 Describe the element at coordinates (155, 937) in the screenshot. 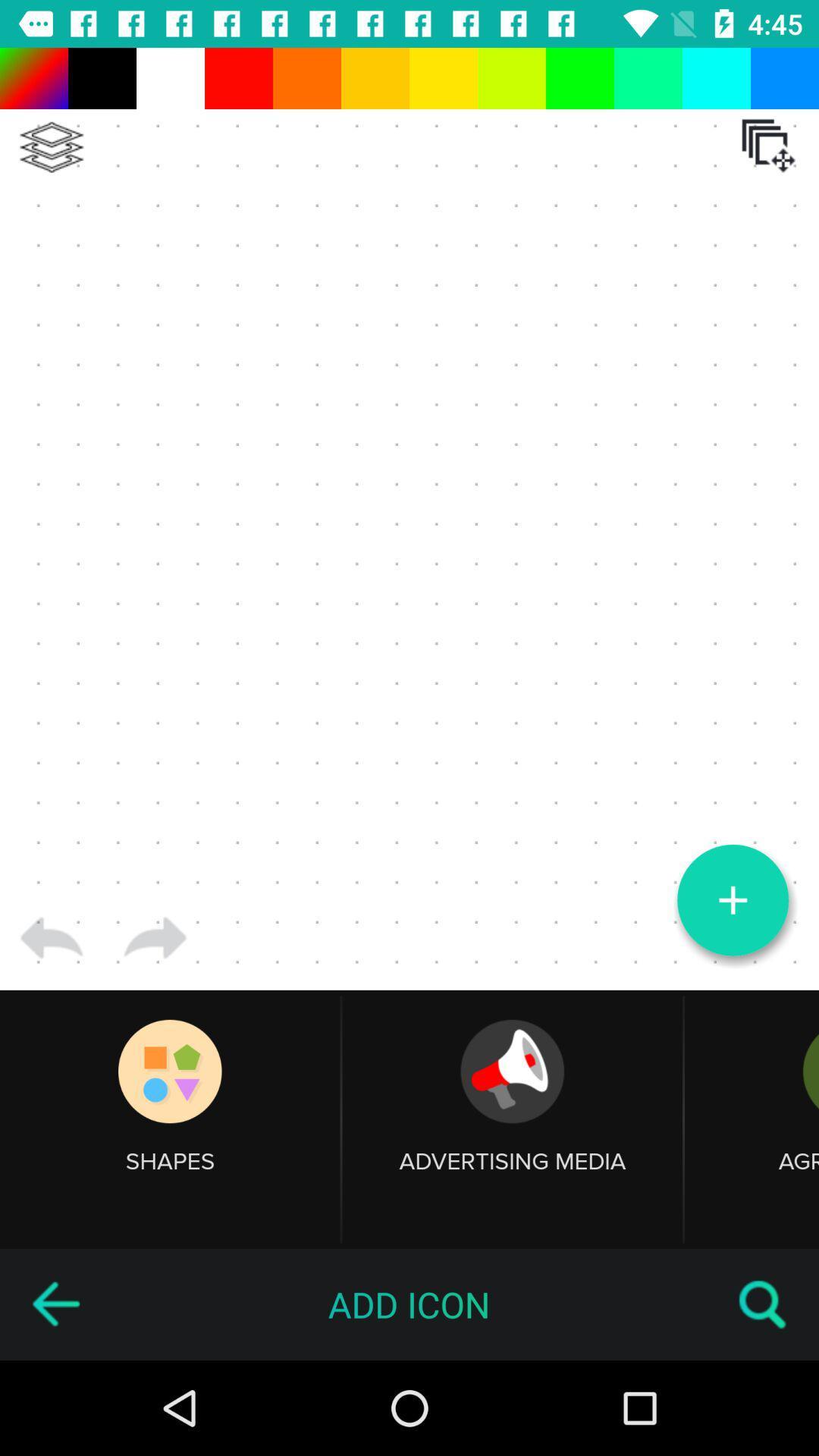

I see `next` at that location.